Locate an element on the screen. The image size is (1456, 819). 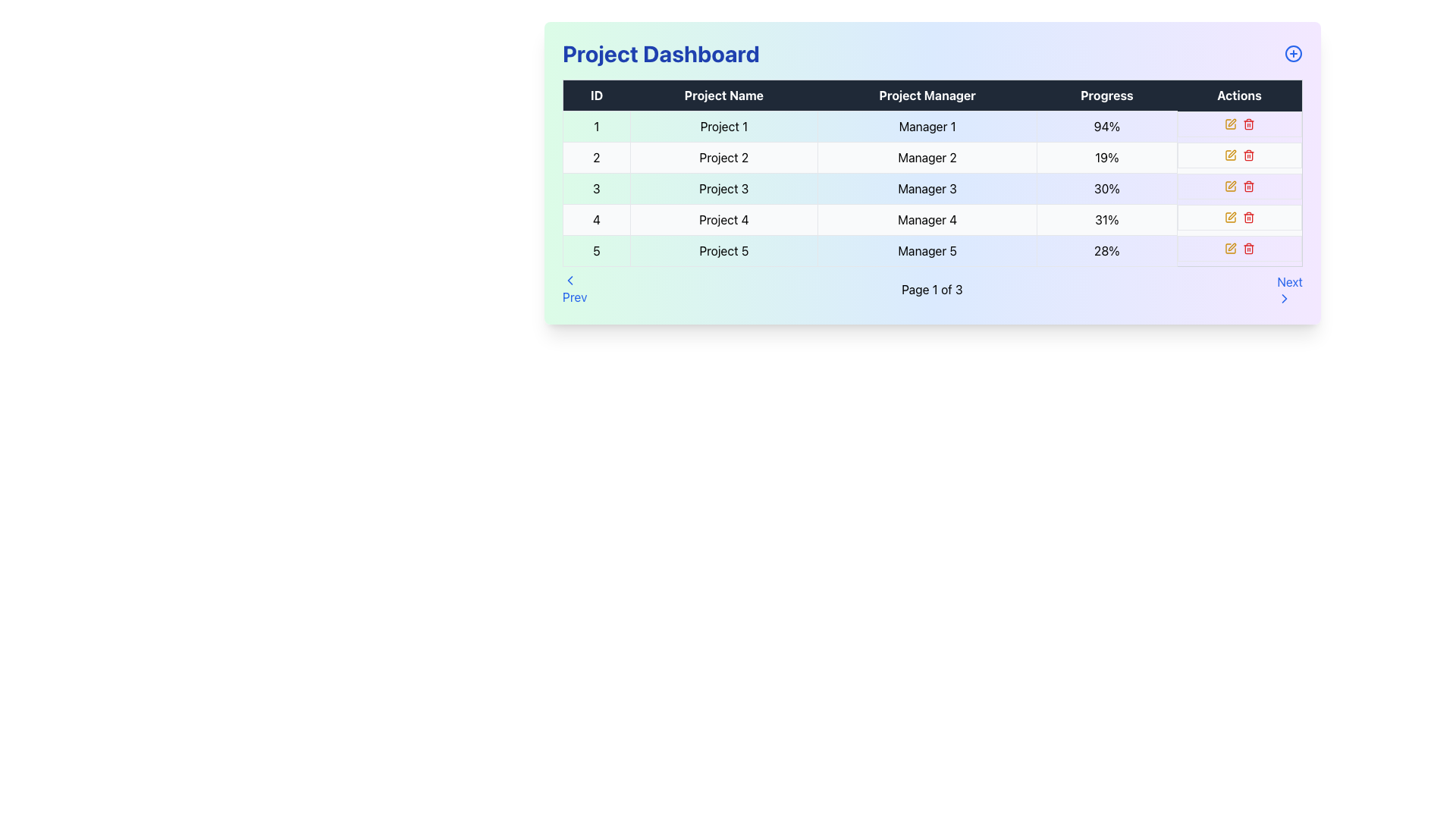
the non-interactive text label displaying the manager for the fourth project in the list is located at coordinates (927, 219).